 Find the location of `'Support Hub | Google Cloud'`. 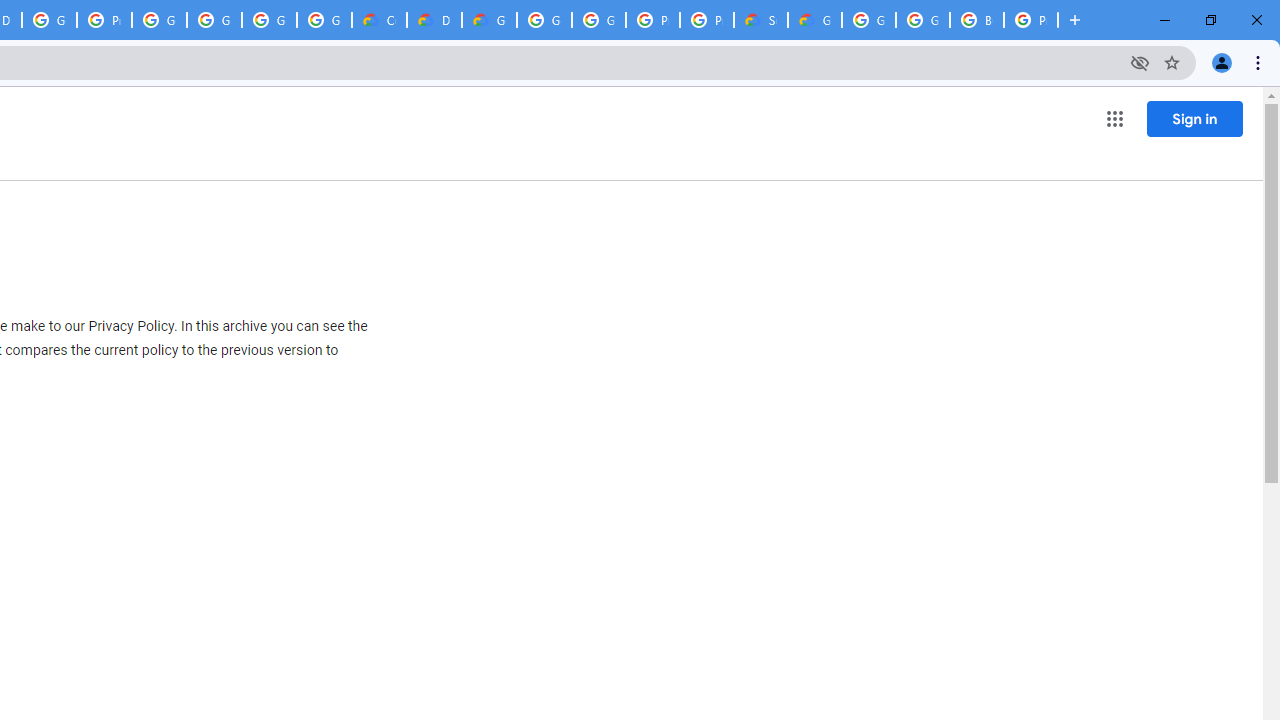

'Support Hub | Google Cloud' is located at coordinates (759, 20).